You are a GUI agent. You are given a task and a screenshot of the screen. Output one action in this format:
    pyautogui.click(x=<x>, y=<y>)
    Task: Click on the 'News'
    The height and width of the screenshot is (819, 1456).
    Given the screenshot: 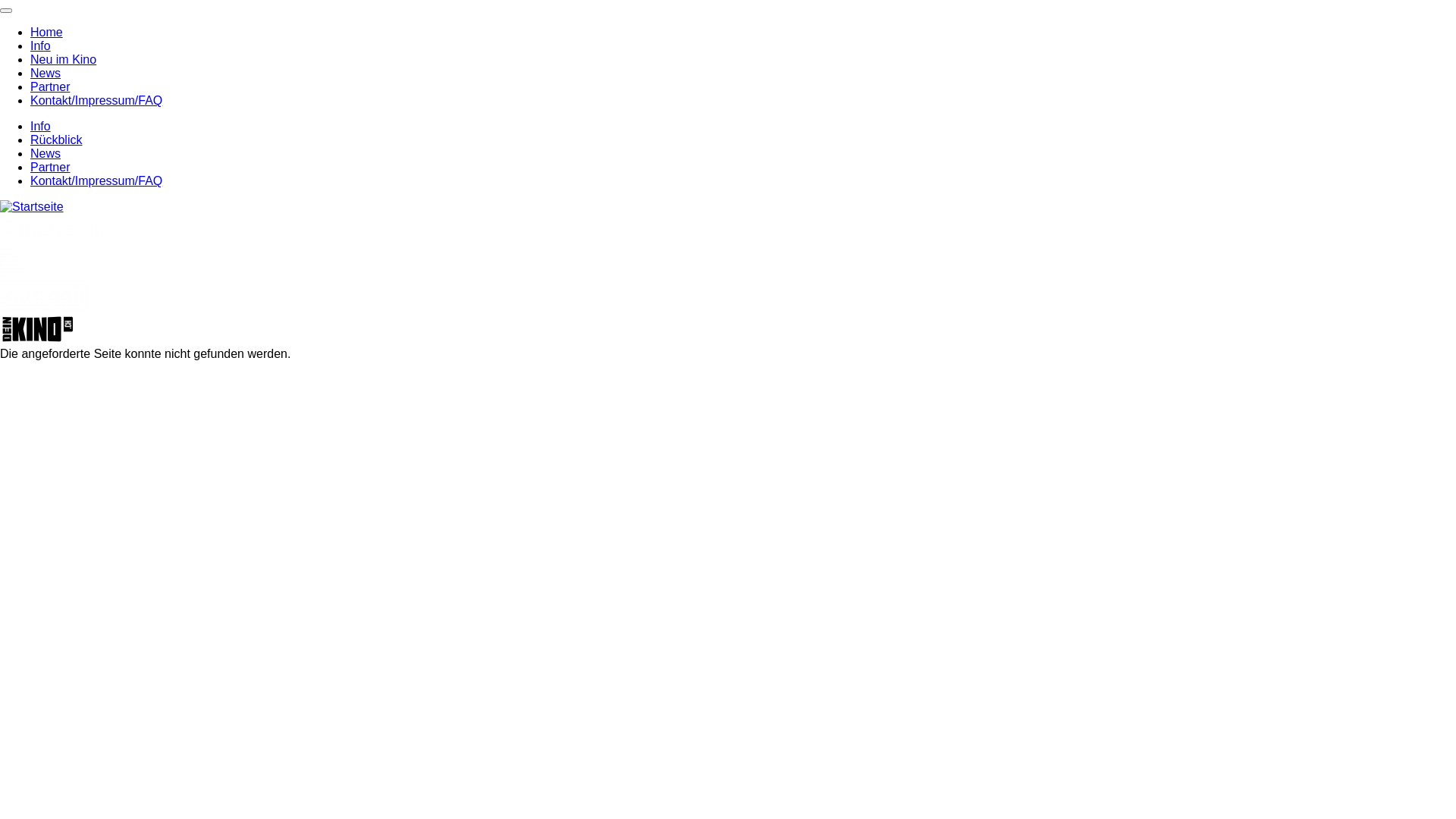 What is the action you would take?
    pyautogui.click(x=45, y=73)
    